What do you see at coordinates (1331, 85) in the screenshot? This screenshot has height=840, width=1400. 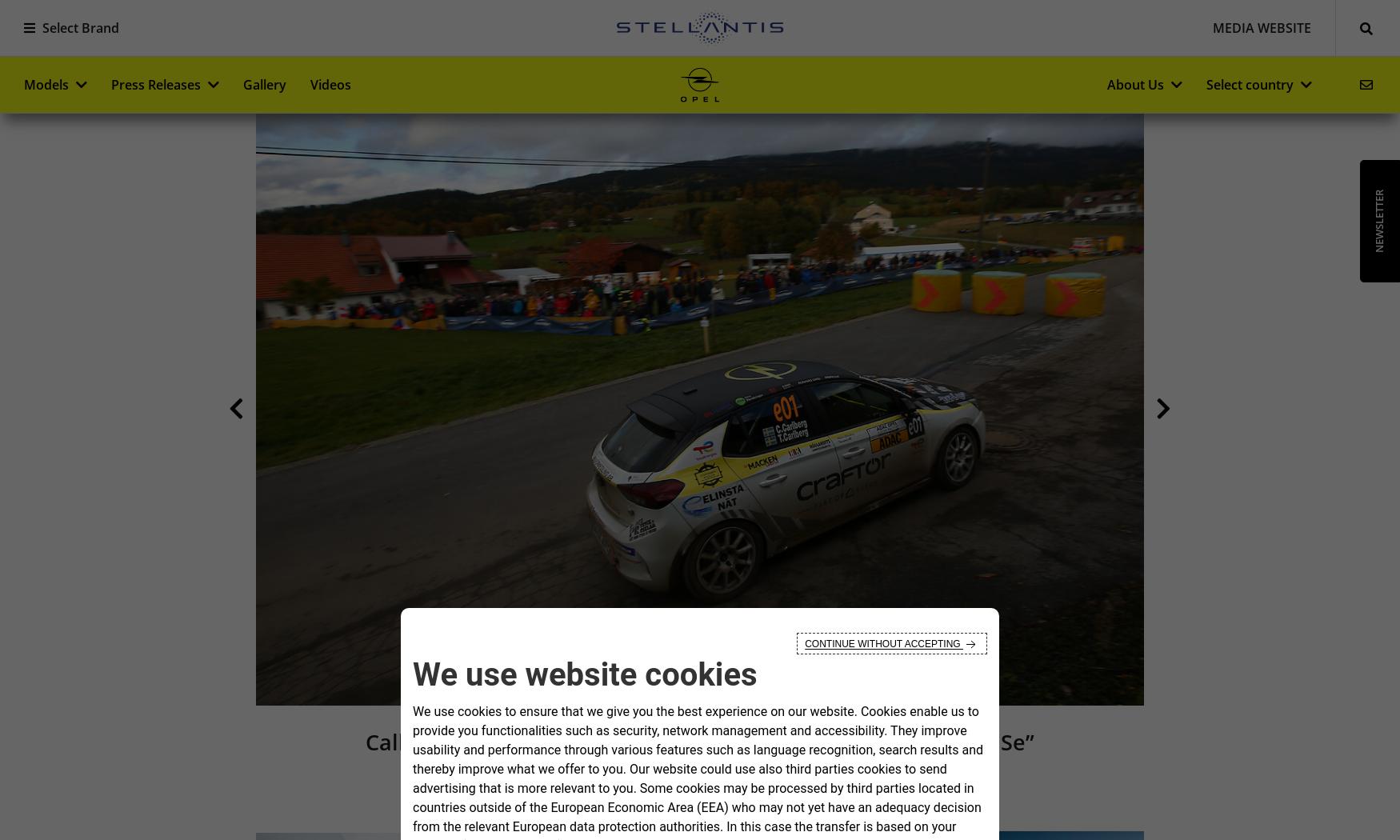 I see `'0'` at bounding box center [1331, 85].